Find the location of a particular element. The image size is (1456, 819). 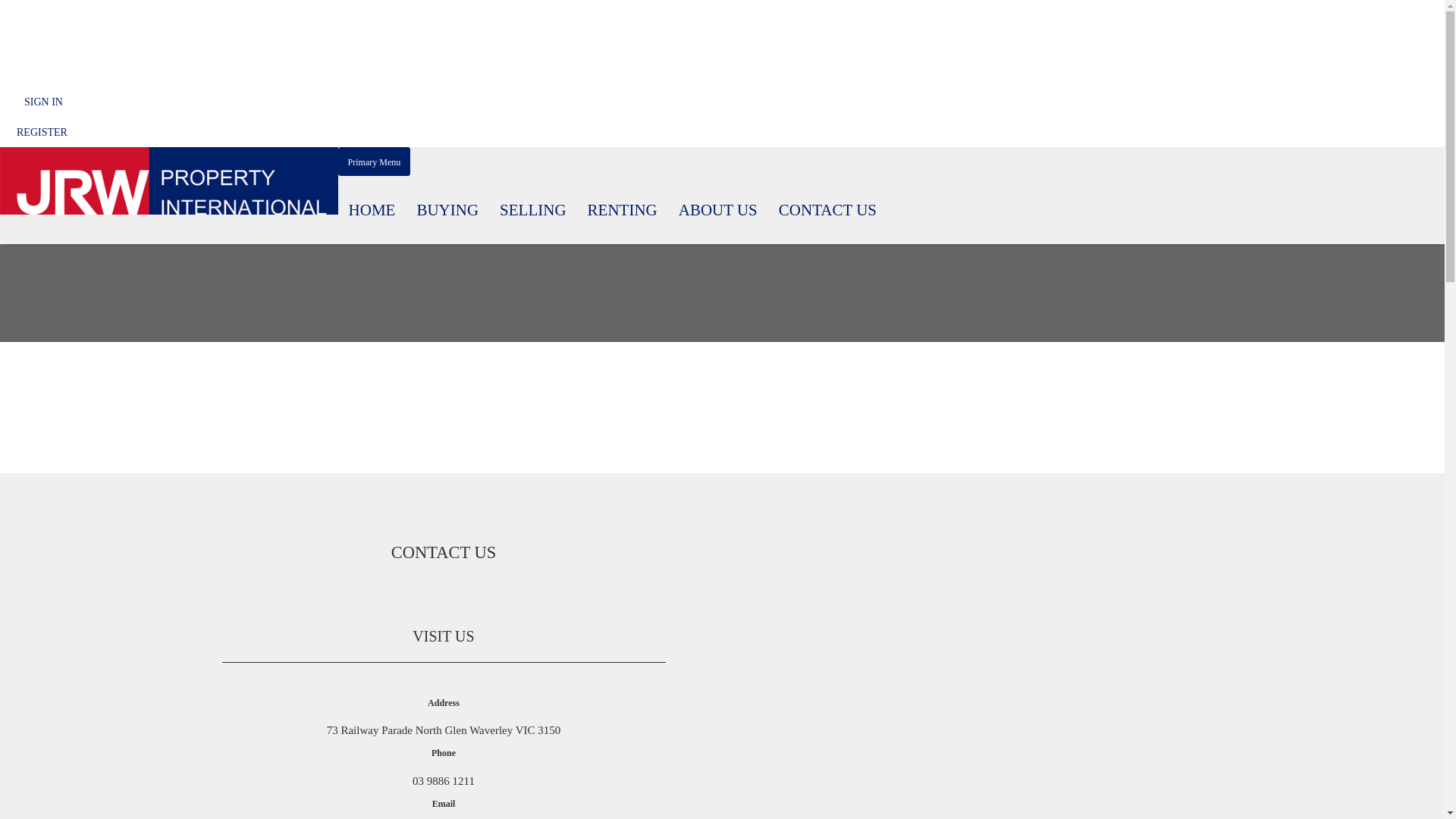

'ABOUT US' is located at coordinates (717, 210).